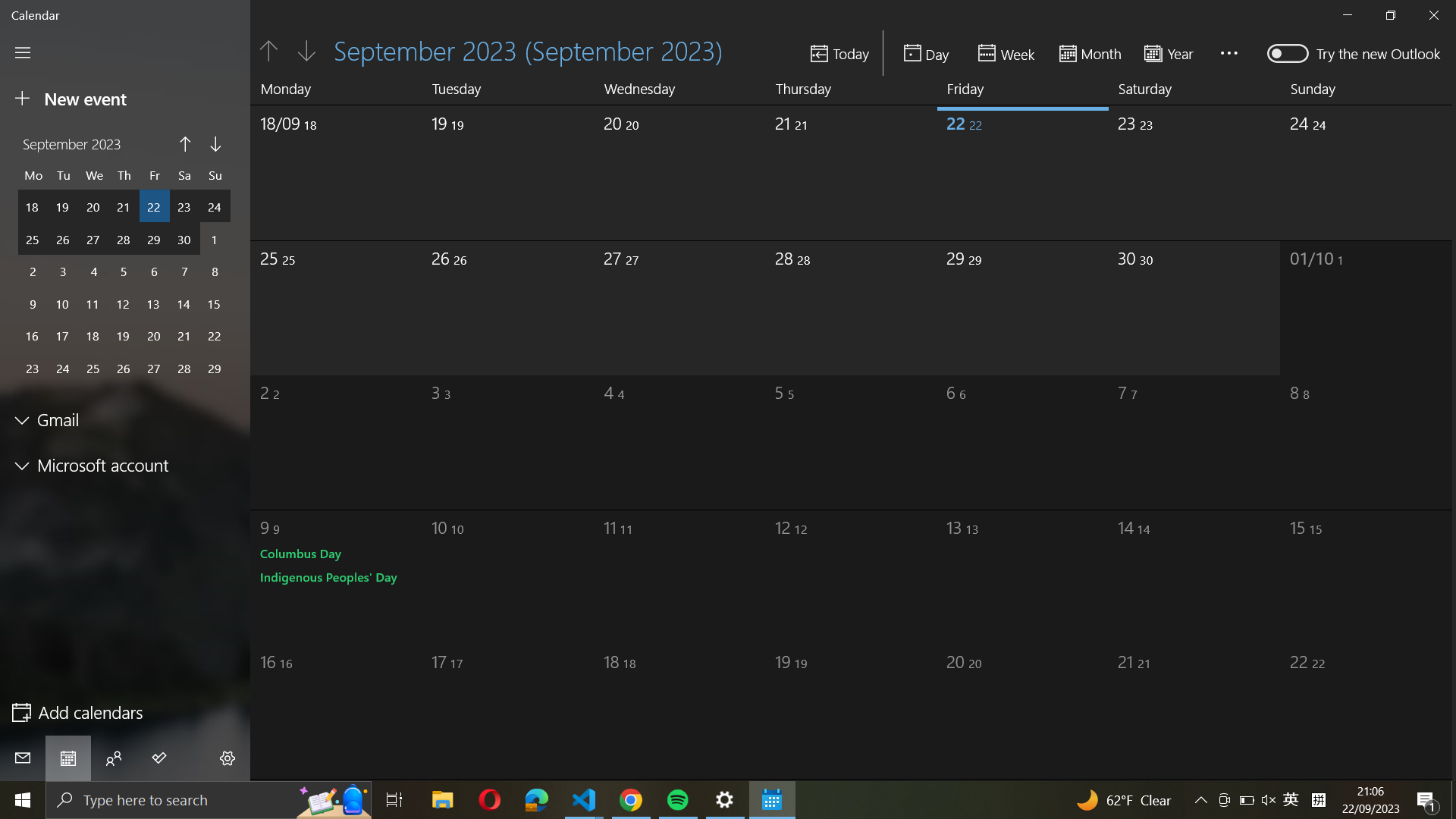 The width and height of the screenshot is (1456, 819). What do you see at coordinates (1173, 52) in the screenshot?
I see `Switch mode to "yearly" calendar` at bounding box center [1173, 52].